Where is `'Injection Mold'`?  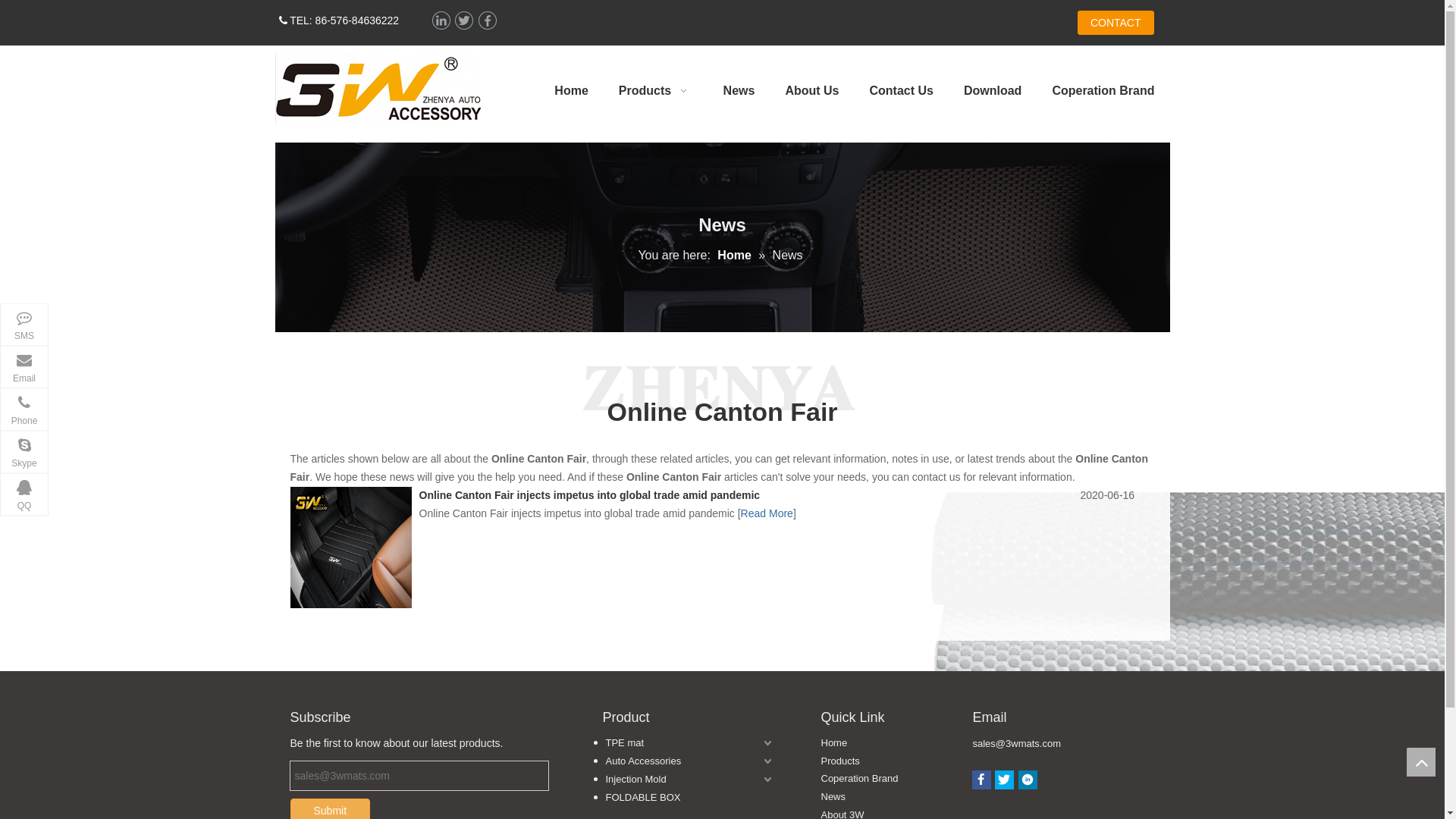
'Injection Mold' is located at coordinates (683, 780).